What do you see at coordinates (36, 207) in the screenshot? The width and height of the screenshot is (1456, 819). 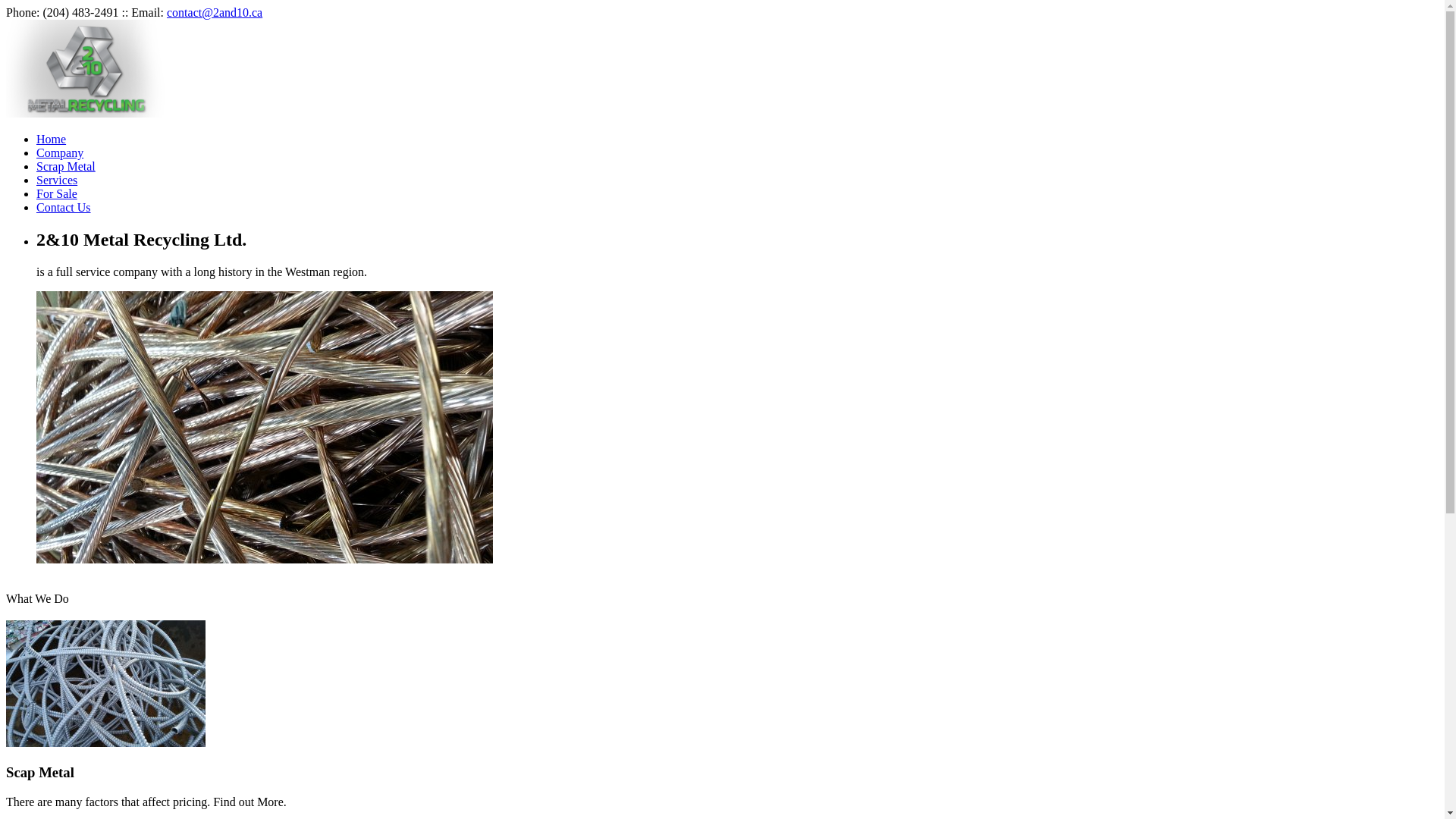 I see `'Contact Us'` at bounding box center [36, 207].